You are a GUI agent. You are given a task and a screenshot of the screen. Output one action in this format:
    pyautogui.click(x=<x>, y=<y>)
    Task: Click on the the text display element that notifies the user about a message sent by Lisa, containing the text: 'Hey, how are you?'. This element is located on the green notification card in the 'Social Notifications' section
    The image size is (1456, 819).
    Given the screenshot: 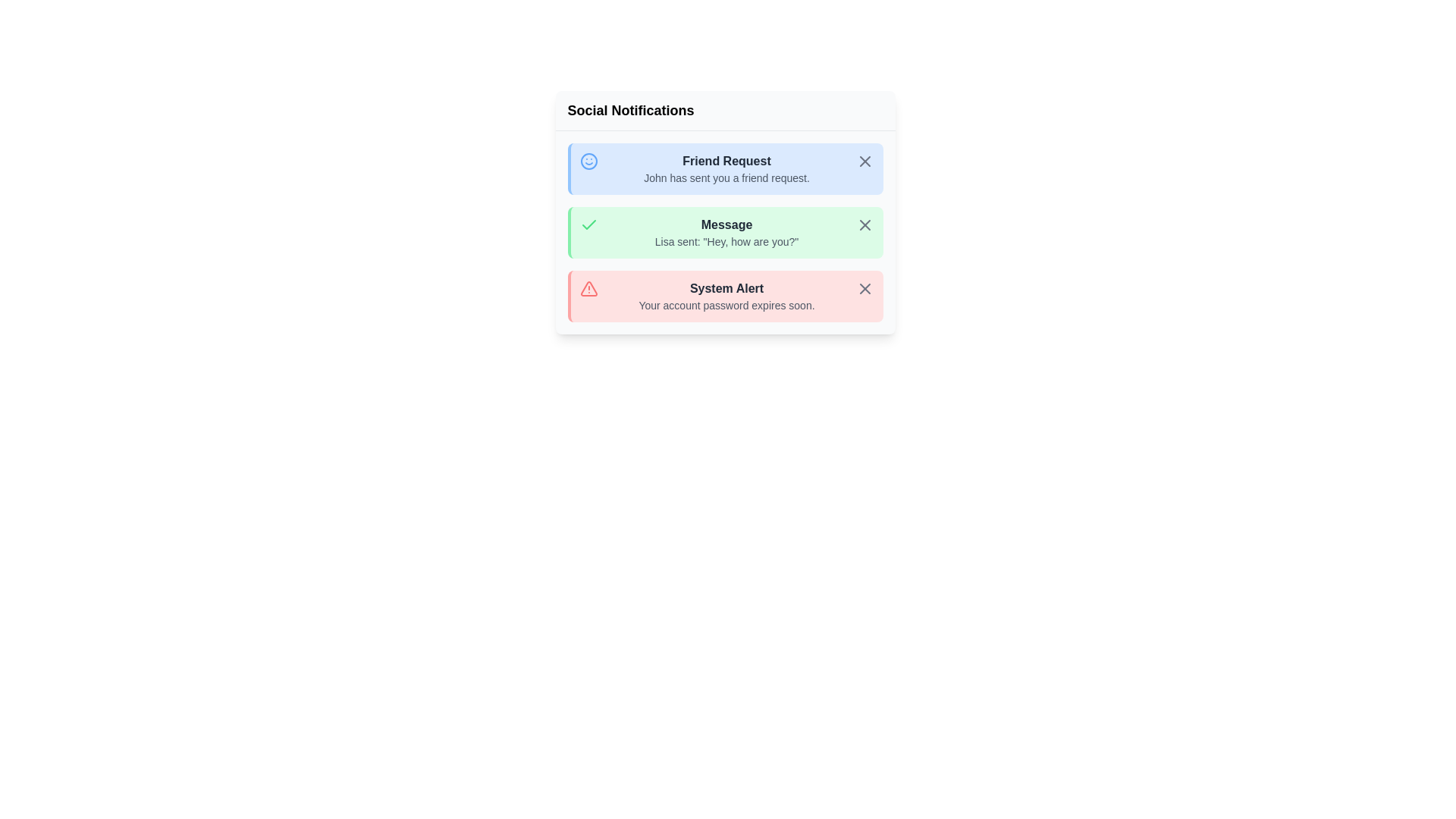 What is the action you would take?
    pyautogui.click(x=726, y=233)
    